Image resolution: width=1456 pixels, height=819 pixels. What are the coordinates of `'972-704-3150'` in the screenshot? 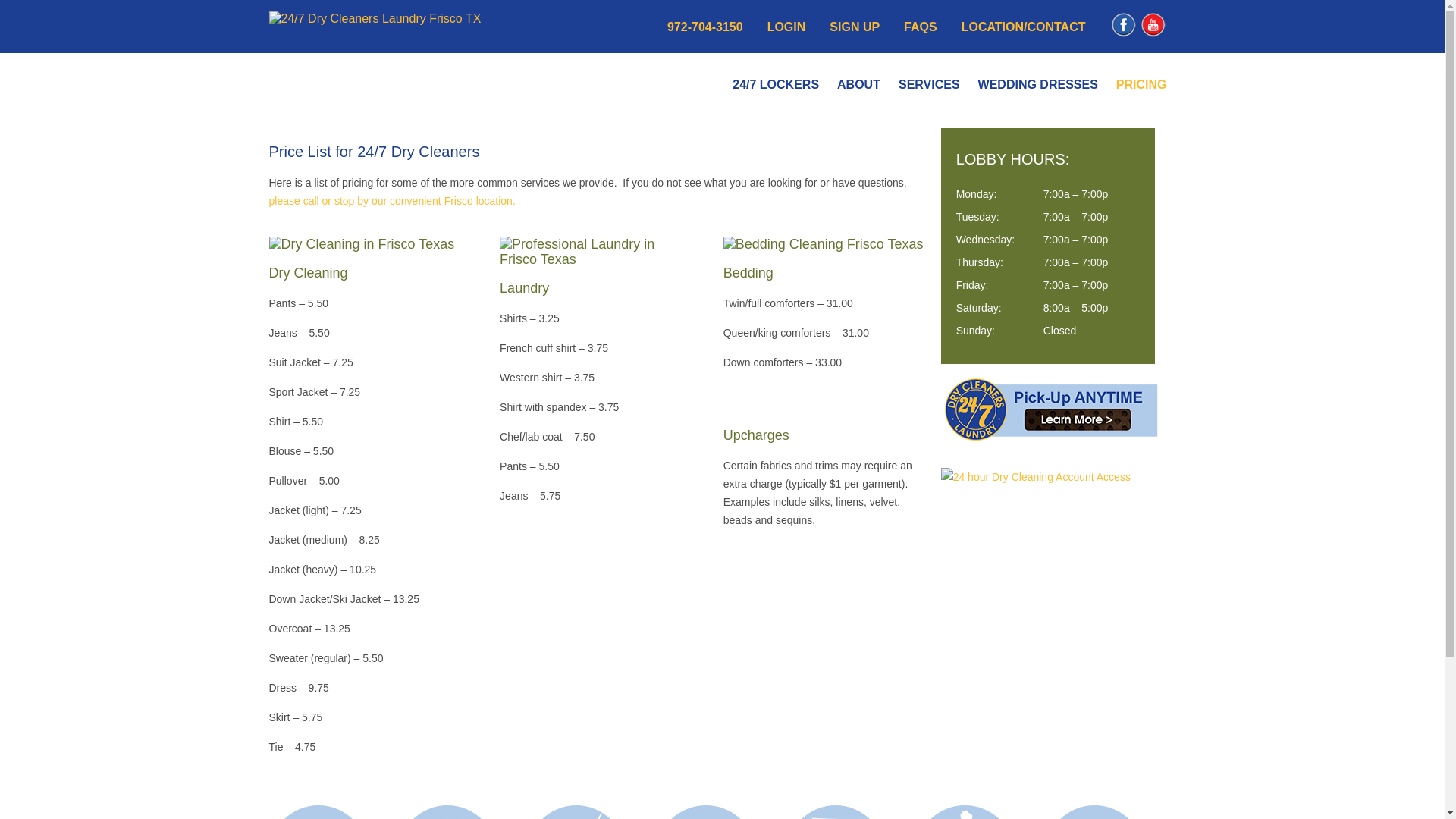 It's located at (704, 27).